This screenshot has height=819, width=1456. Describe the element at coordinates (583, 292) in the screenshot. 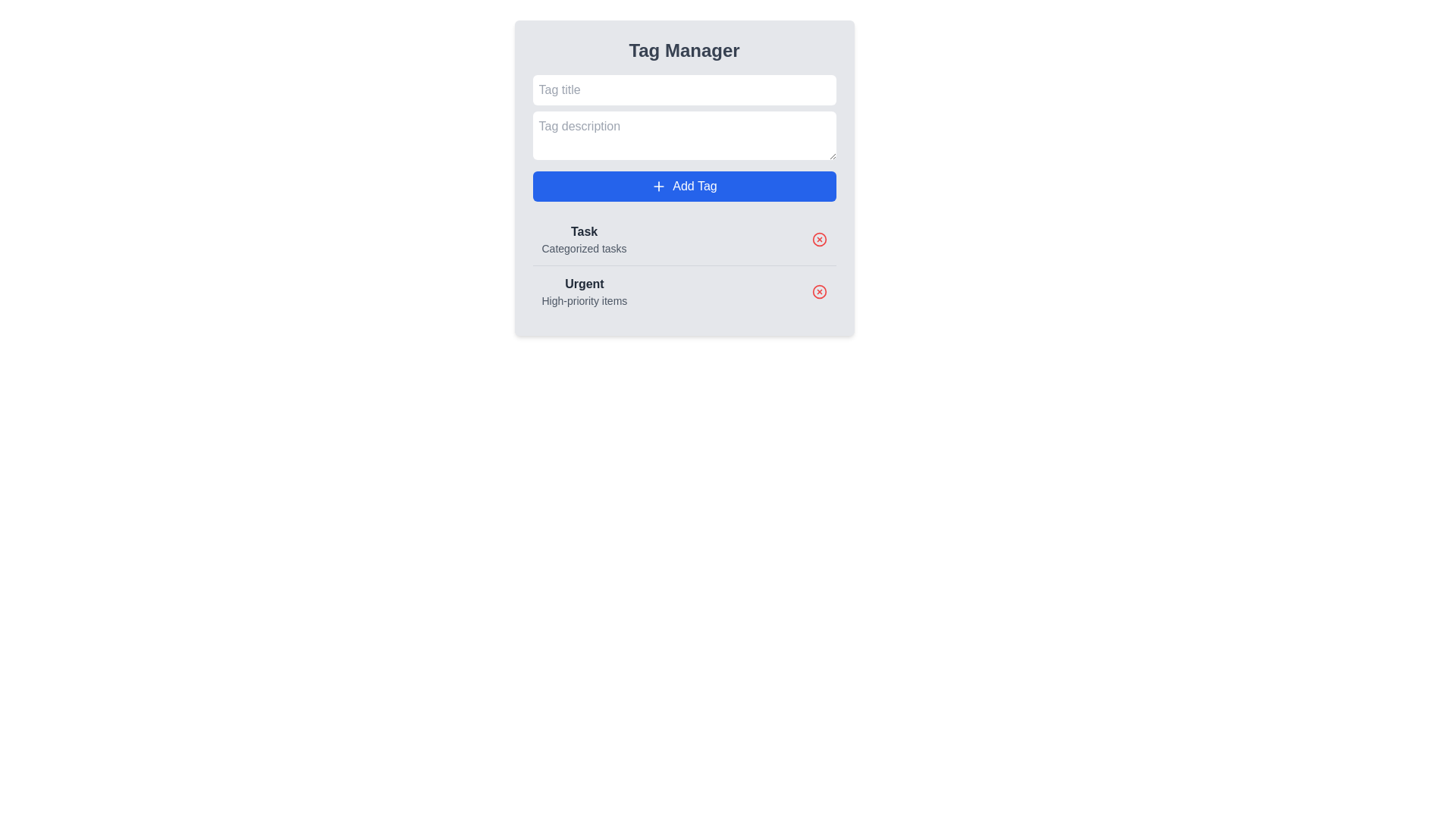

I see `the 'Urgent' text label element that displays 'High-priority items', located in the lower middle portion of the interface, between 'Task: Categorized tasks' and a red icon button` at that location.